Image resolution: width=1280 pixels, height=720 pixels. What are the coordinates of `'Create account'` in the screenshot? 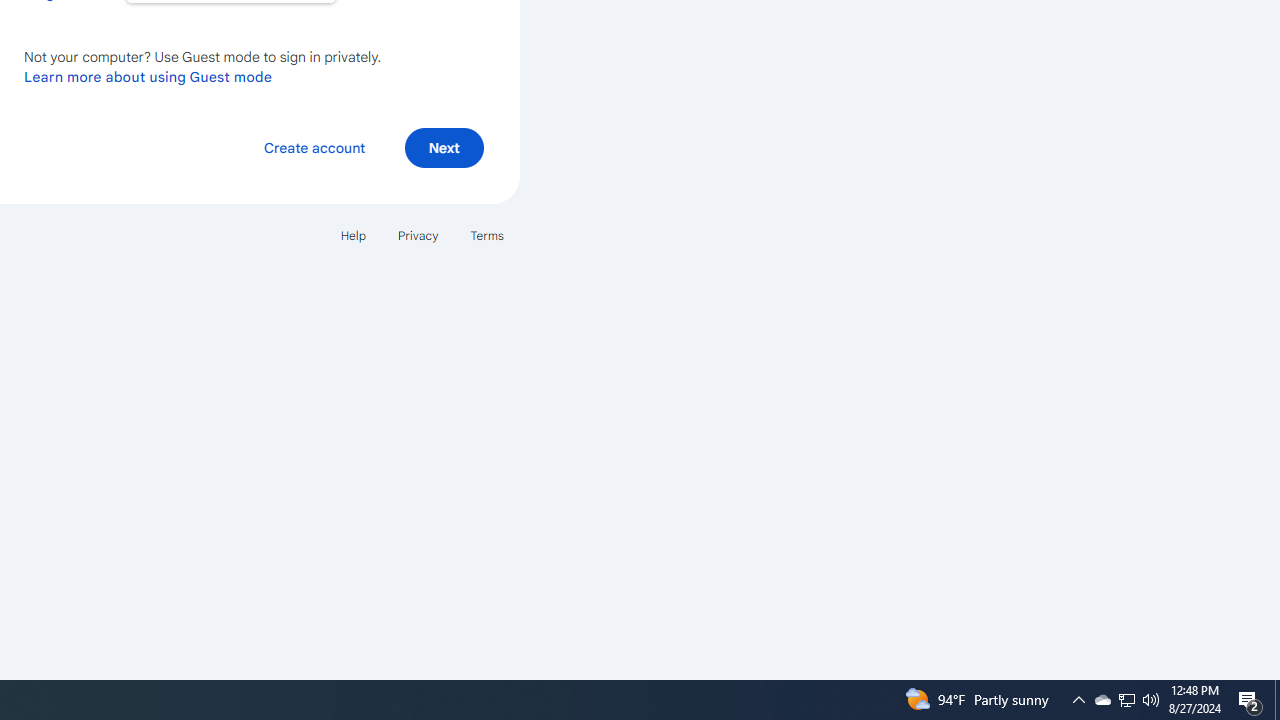 It's located at (313, 146).